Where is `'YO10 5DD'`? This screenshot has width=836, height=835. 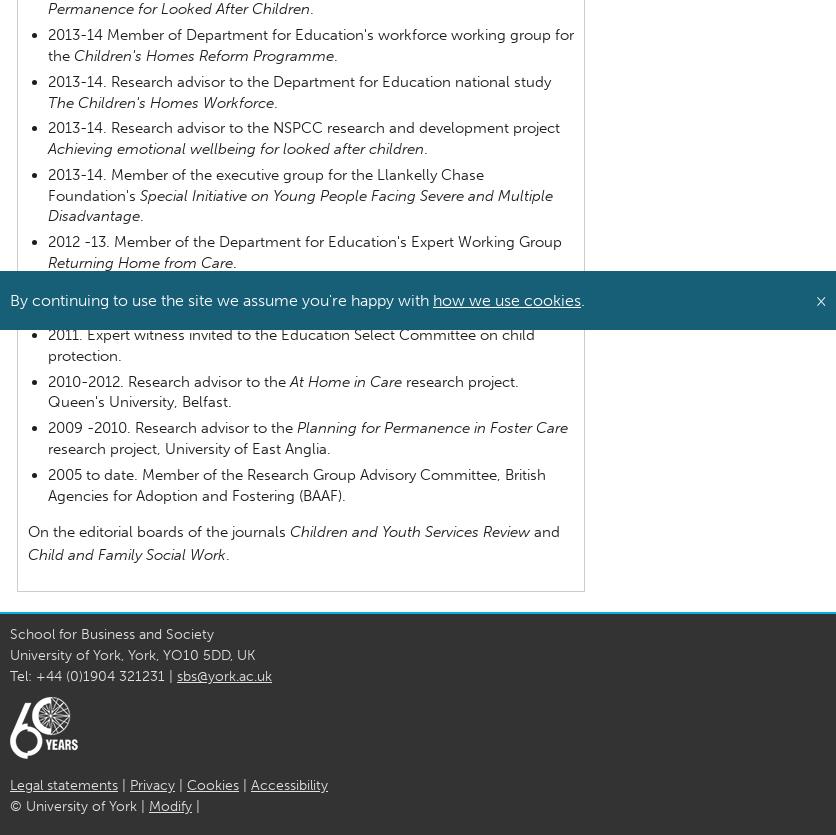 'YO10 5DD' is located at coordinates (195, 654).